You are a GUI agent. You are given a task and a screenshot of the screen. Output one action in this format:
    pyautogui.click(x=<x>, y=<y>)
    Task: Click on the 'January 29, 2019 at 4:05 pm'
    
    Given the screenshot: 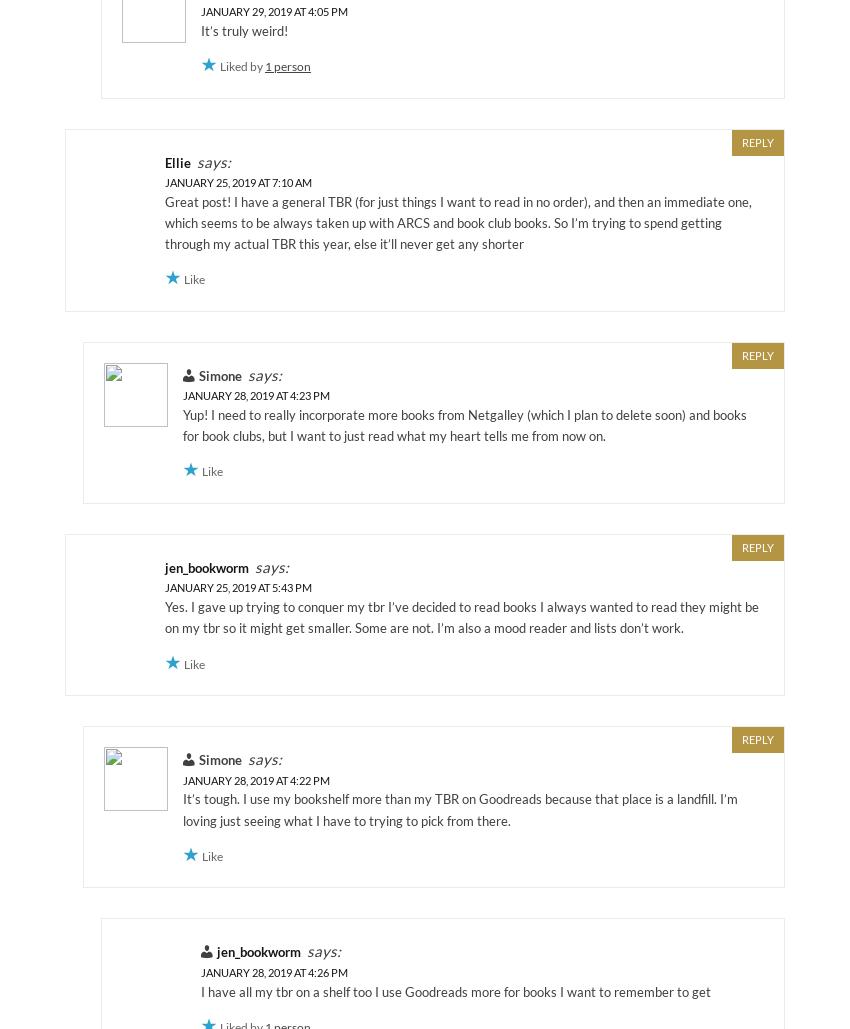 What is the action you would take?
    pyautogui.click(x=200, y=11)
    